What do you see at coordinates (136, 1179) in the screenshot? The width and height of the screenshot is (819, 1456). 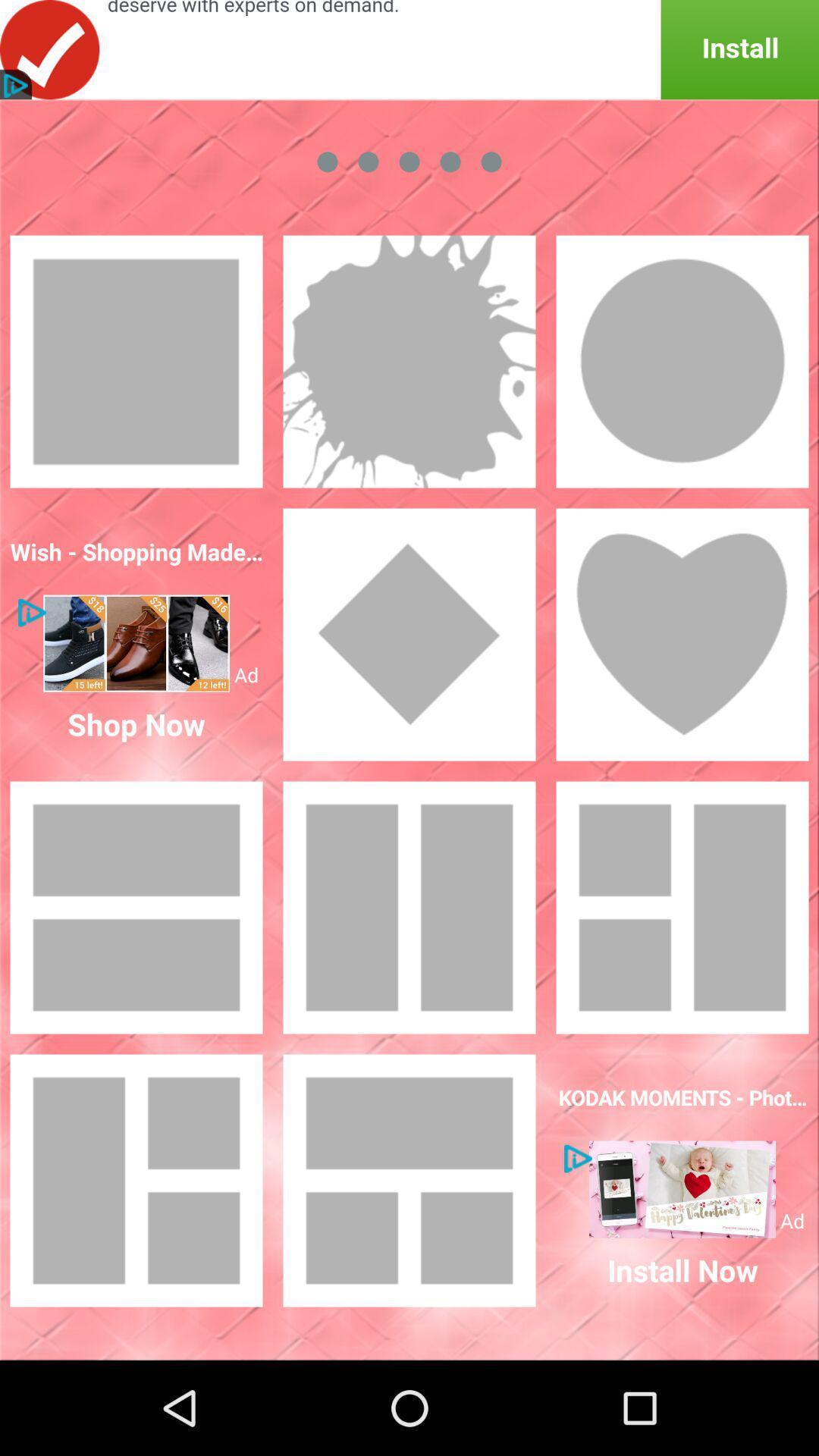 I see `selecyt model` at bounding box center [136, 1179].